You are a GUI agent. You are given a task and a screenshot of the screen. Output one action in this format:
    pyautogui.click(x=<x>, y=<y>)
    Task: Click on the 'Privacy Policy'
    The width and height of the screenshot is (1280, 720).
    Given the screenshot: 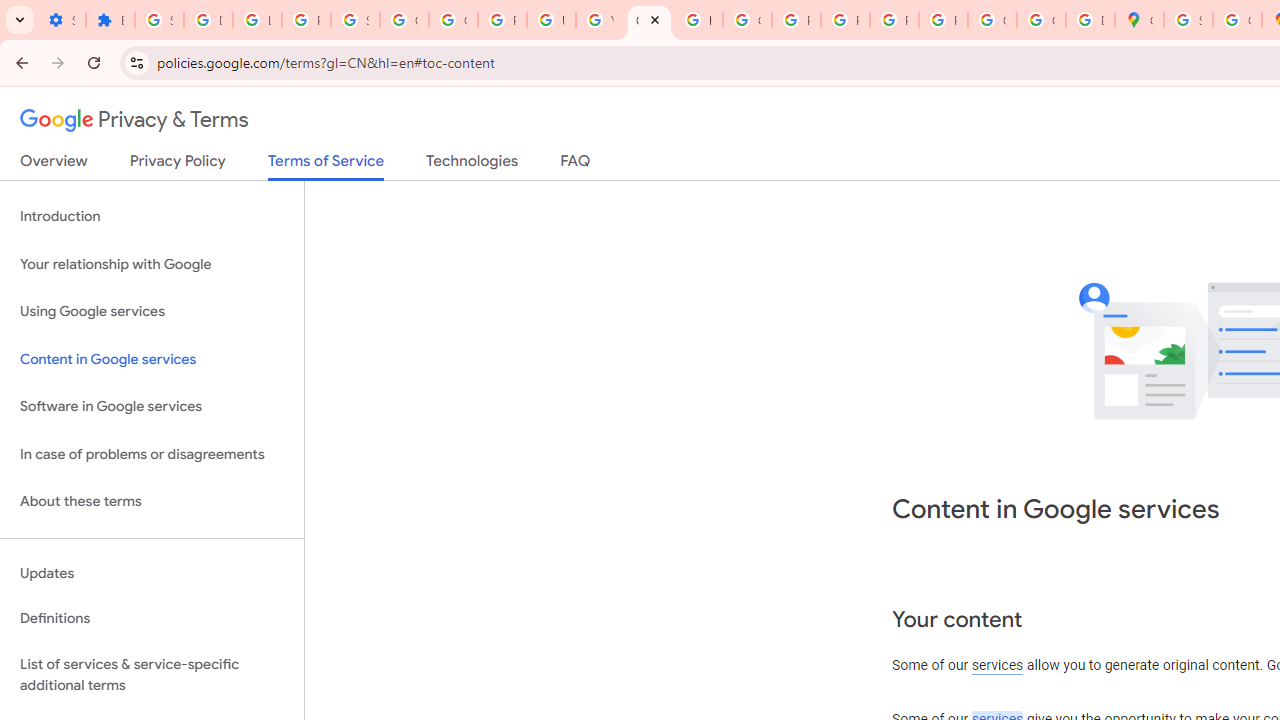 What is the action you would take?
    pyautogui.click(x=177, y=164)
    